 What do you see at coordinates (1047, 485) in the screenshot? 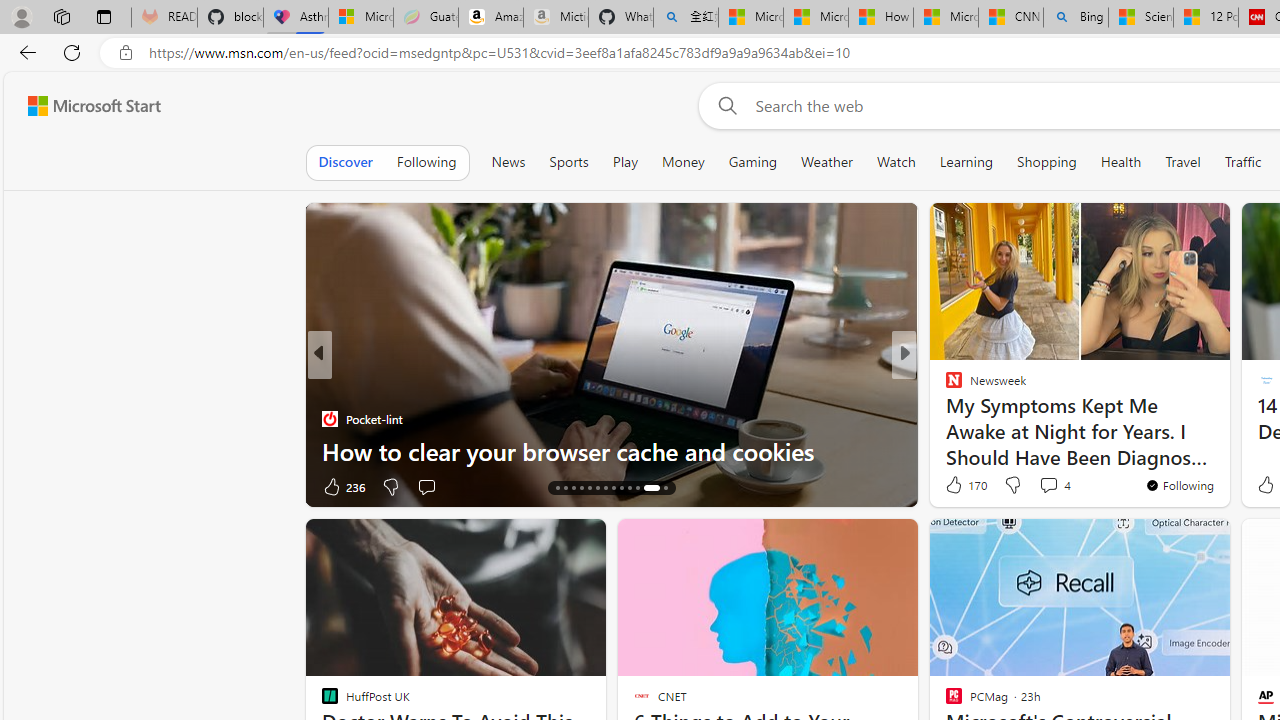
I see `'View comments 4 Comment'` at bounding box center [1047, 485].